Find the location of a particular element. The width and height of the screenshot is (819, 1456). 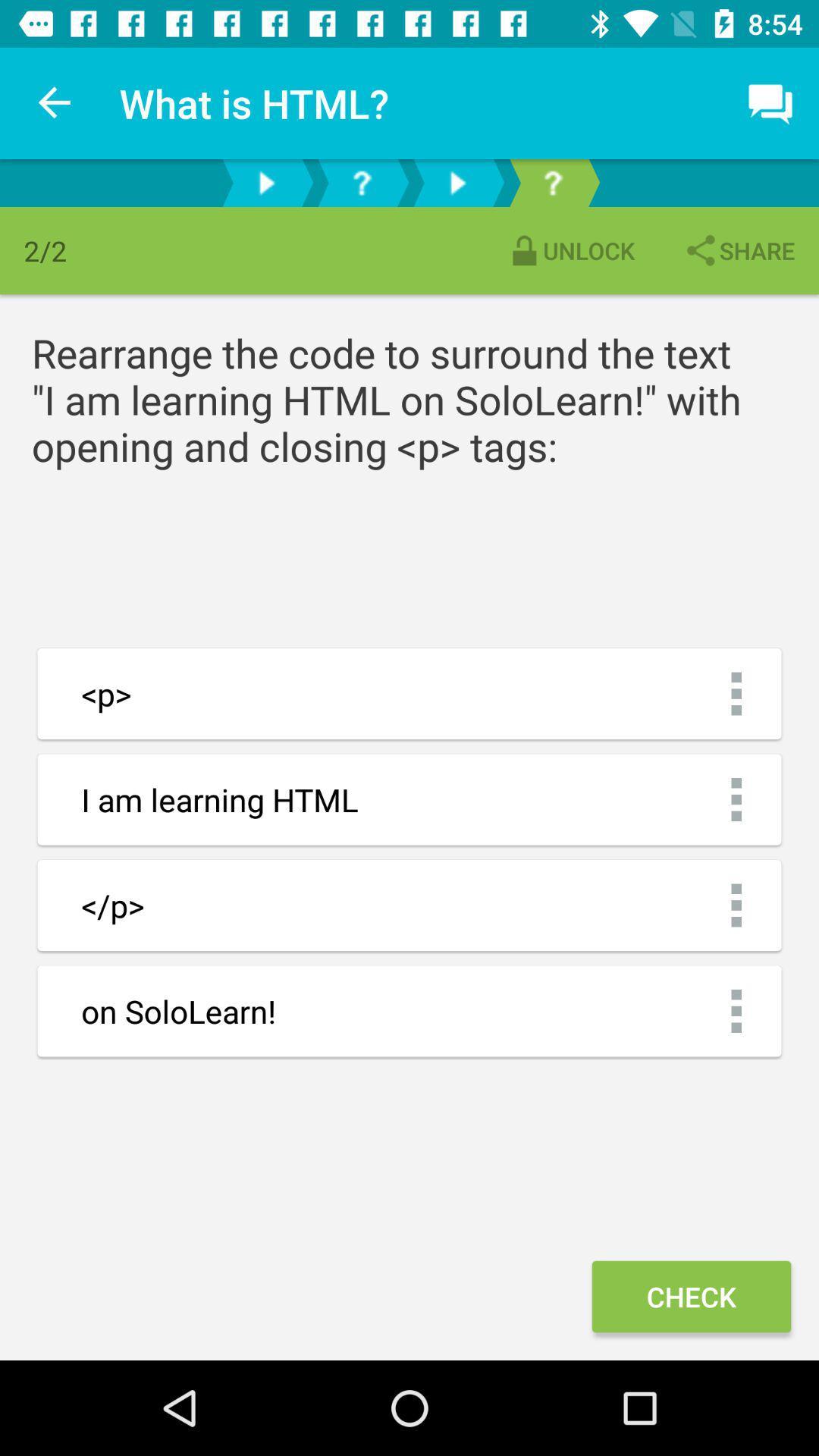

the button which is below the button i am learning html is located at coordinates (409, 905).